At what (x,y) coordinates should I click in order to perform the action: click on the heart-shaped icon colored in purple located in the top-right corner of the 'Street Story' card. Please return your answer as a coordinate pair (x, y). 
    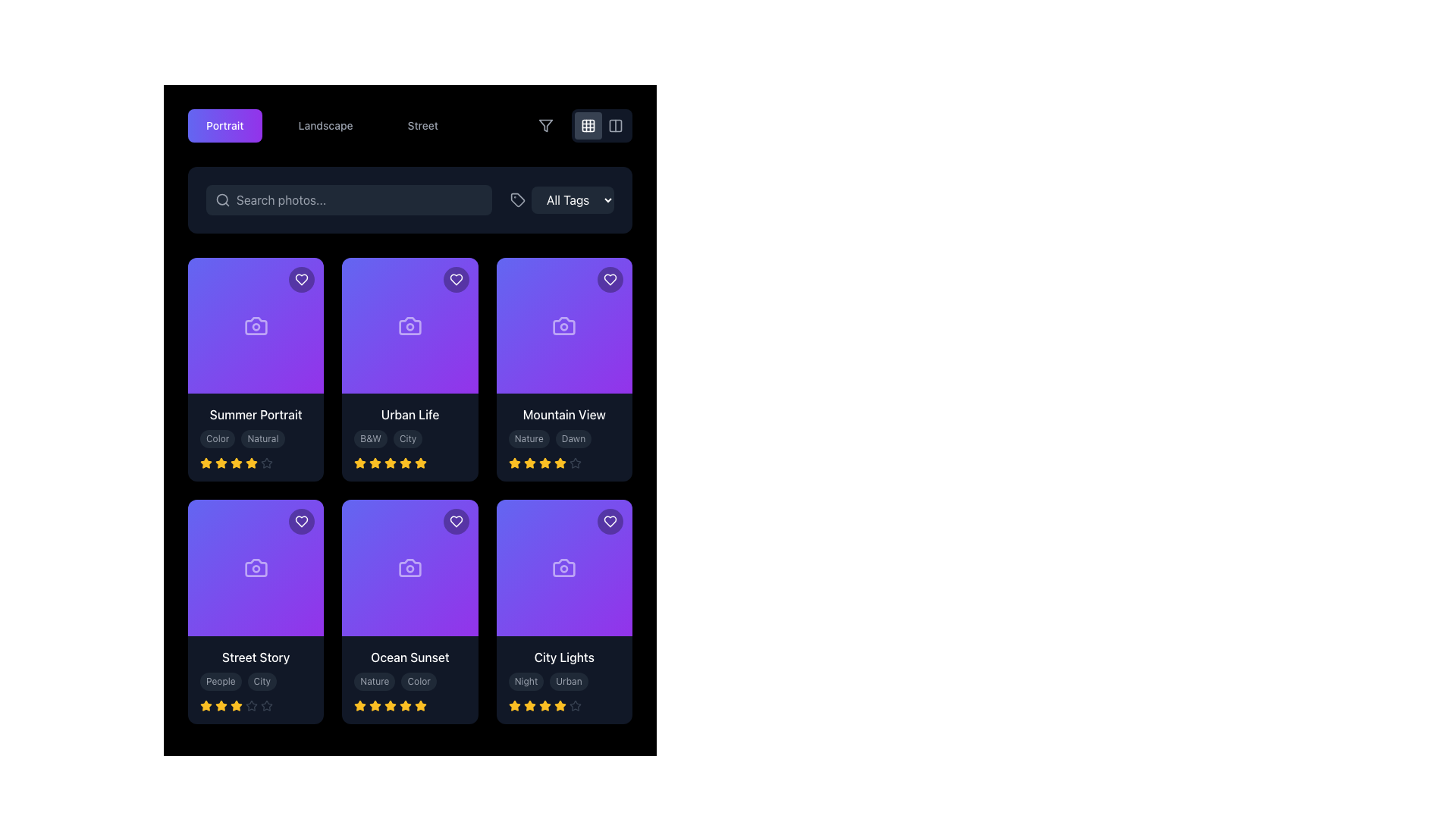
    Looking at the image, I should click on (302, 521).